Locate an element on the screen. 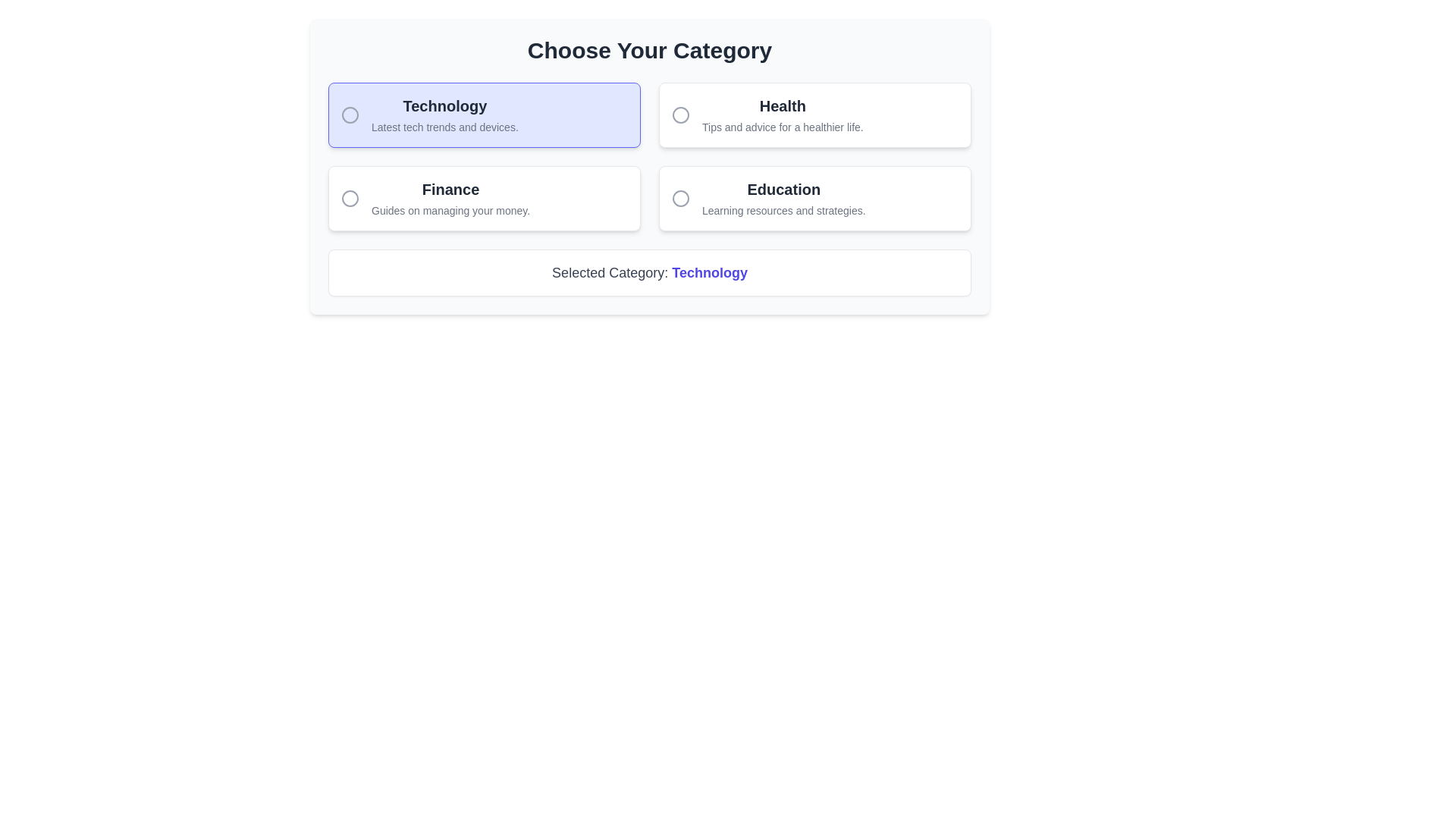  the circular icon styled in gray color, which is part of the selection interface for the 'Health' category, located in the top-right part of the category selection interface is located at coordinates (679, 114).